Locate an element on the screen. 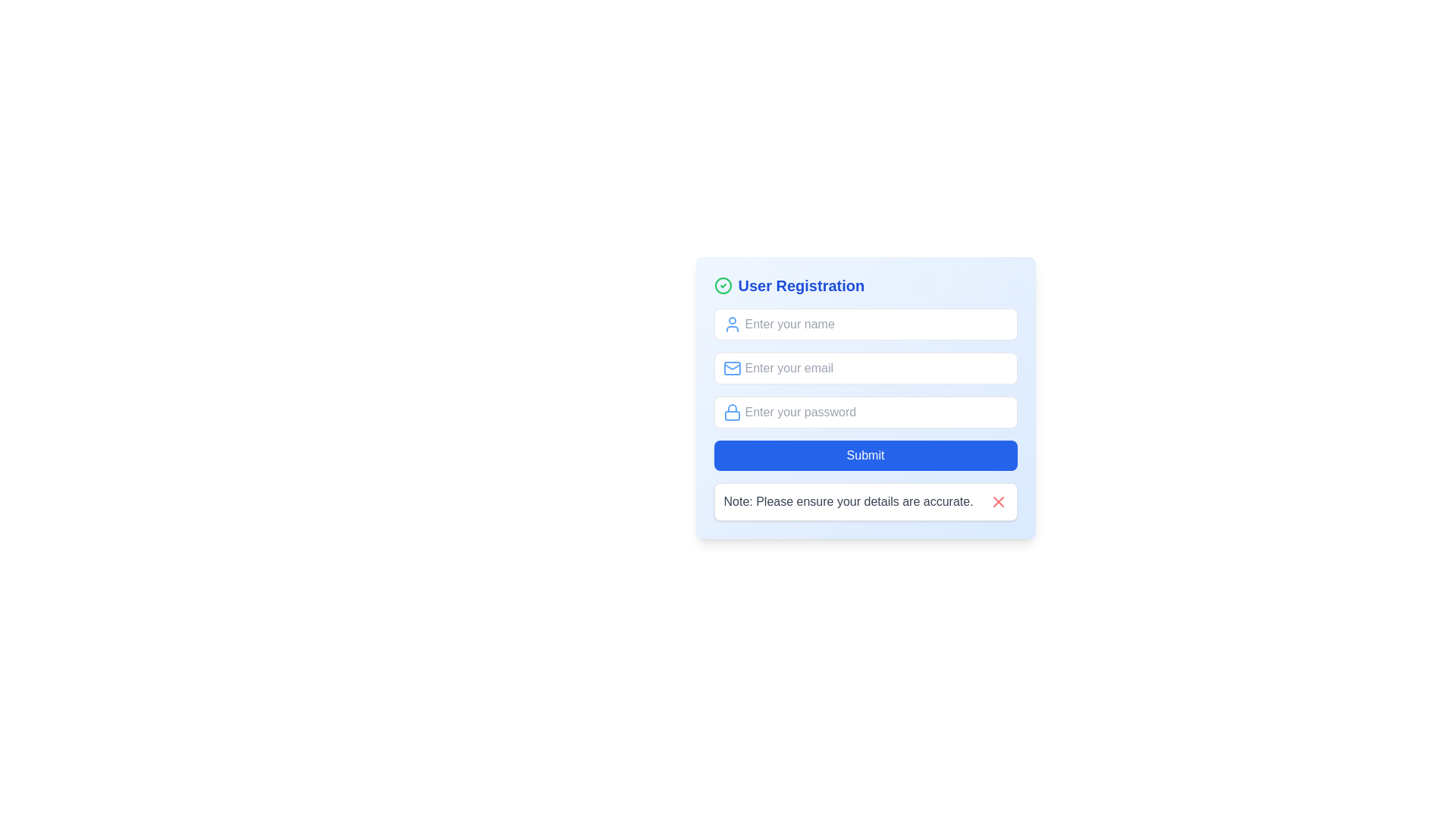  the email input field located in the 'User Registration' form, positioned between the 'Enter your name' and 'Enter your password' fields is located at coordinates (865, 369).